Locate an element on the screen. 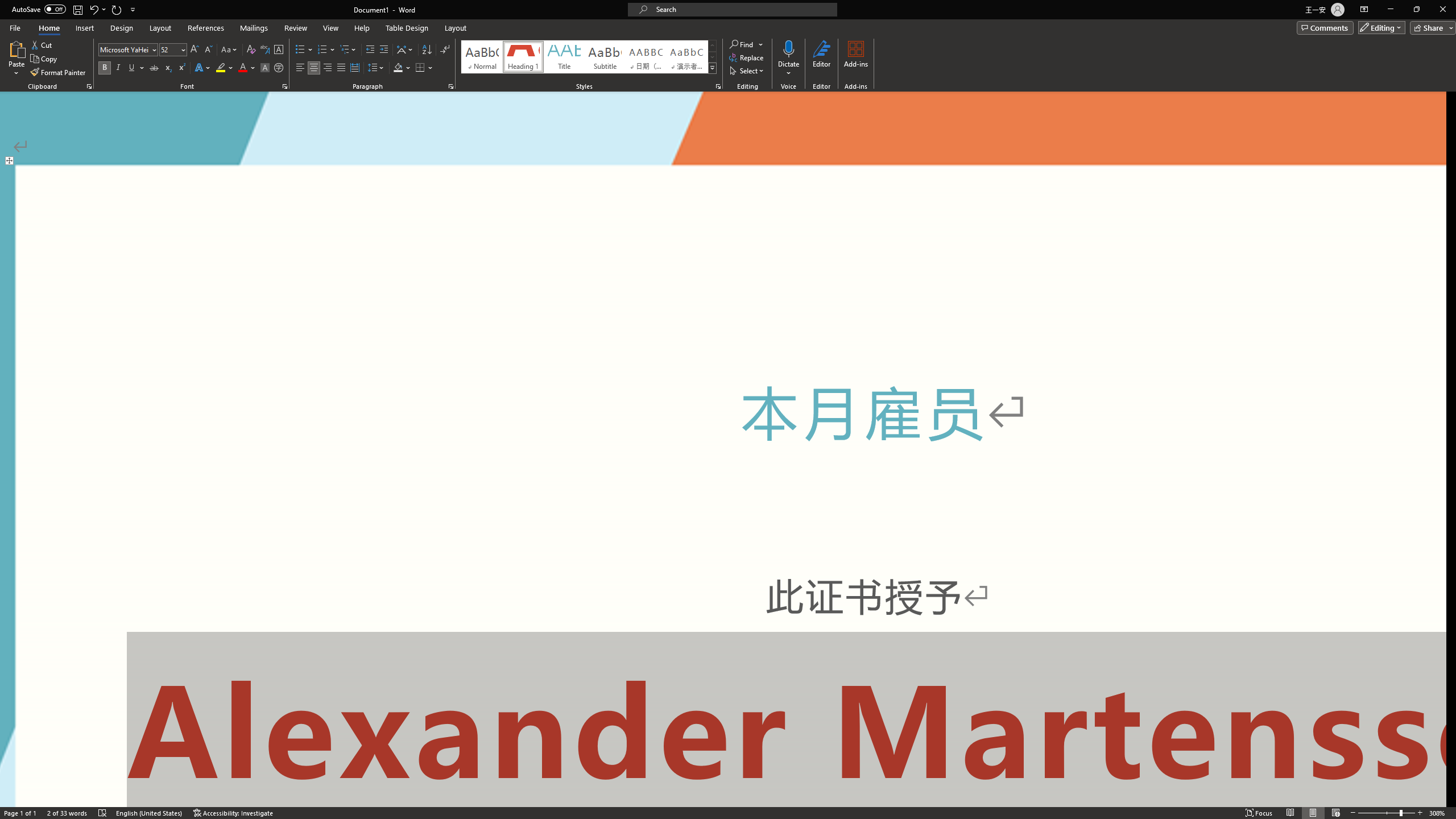 The height and width of the screenshot is (819, 1456). 'Page 1 content' is located at coordinates (723, 468).